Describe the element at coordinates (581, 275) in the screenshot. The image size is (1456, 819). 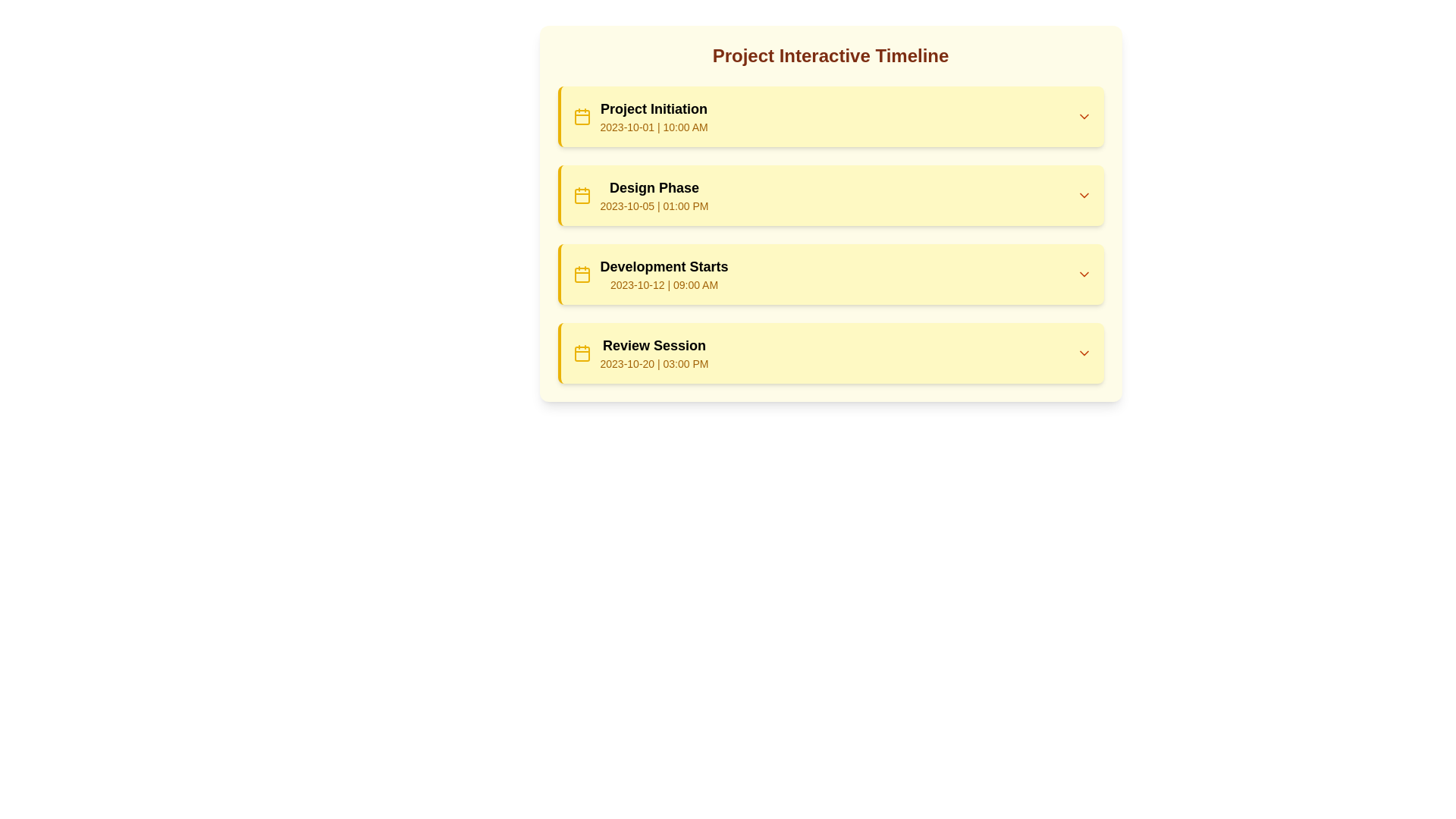
I see `the calendar icon with a yellow outline located adjacent to the text 'Development Starts' and the date '2023-10-12 | 09:00 AM' to associate it with the adjacent text` at that location.